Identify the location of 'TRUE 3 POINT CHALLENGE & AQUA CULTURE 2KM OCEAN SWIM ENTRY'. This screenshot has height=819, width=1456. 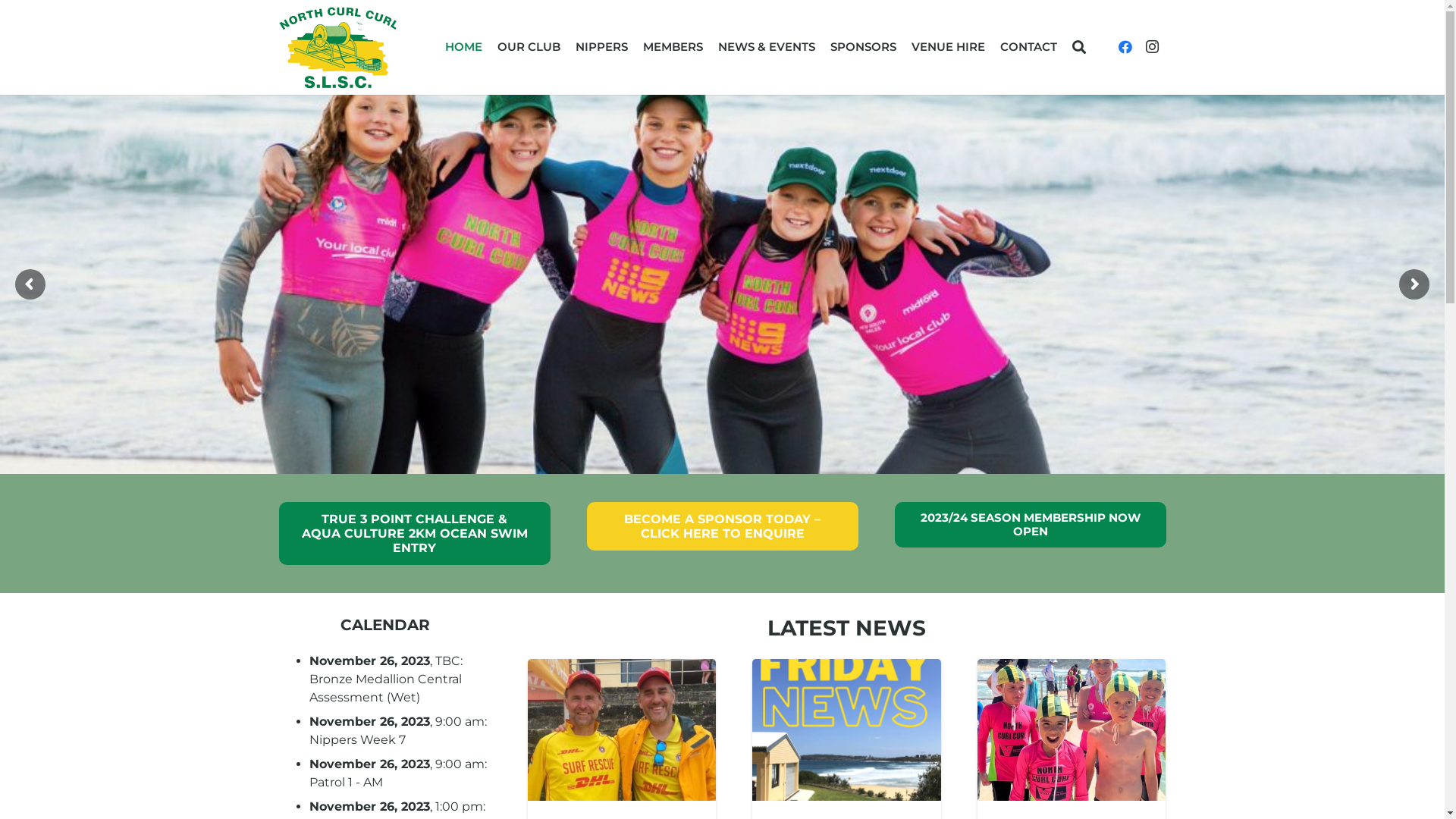
(415, 532).